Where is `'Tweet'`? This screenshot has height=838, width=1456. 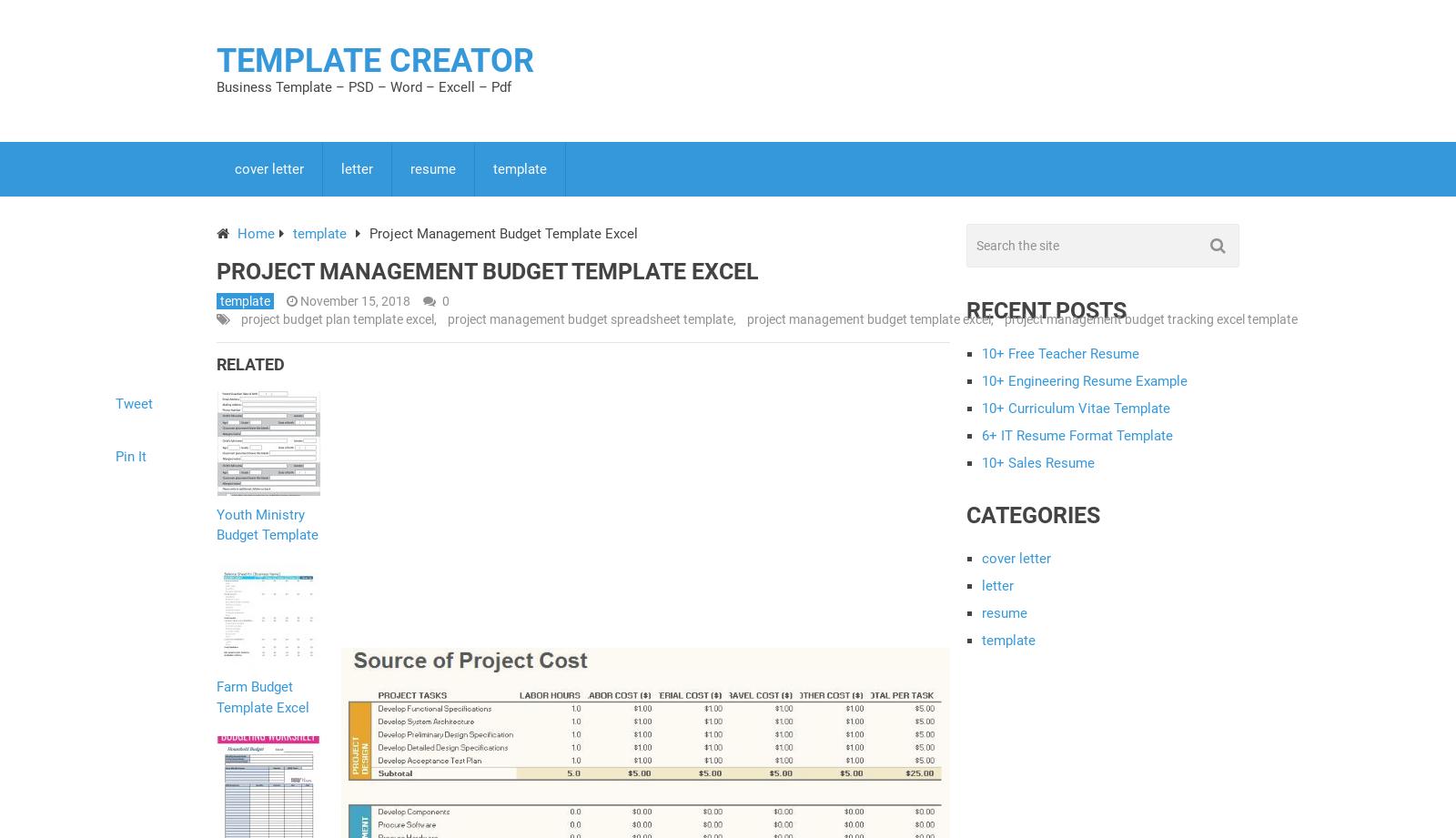 'Tweet' is located at coordinates (133, 404).